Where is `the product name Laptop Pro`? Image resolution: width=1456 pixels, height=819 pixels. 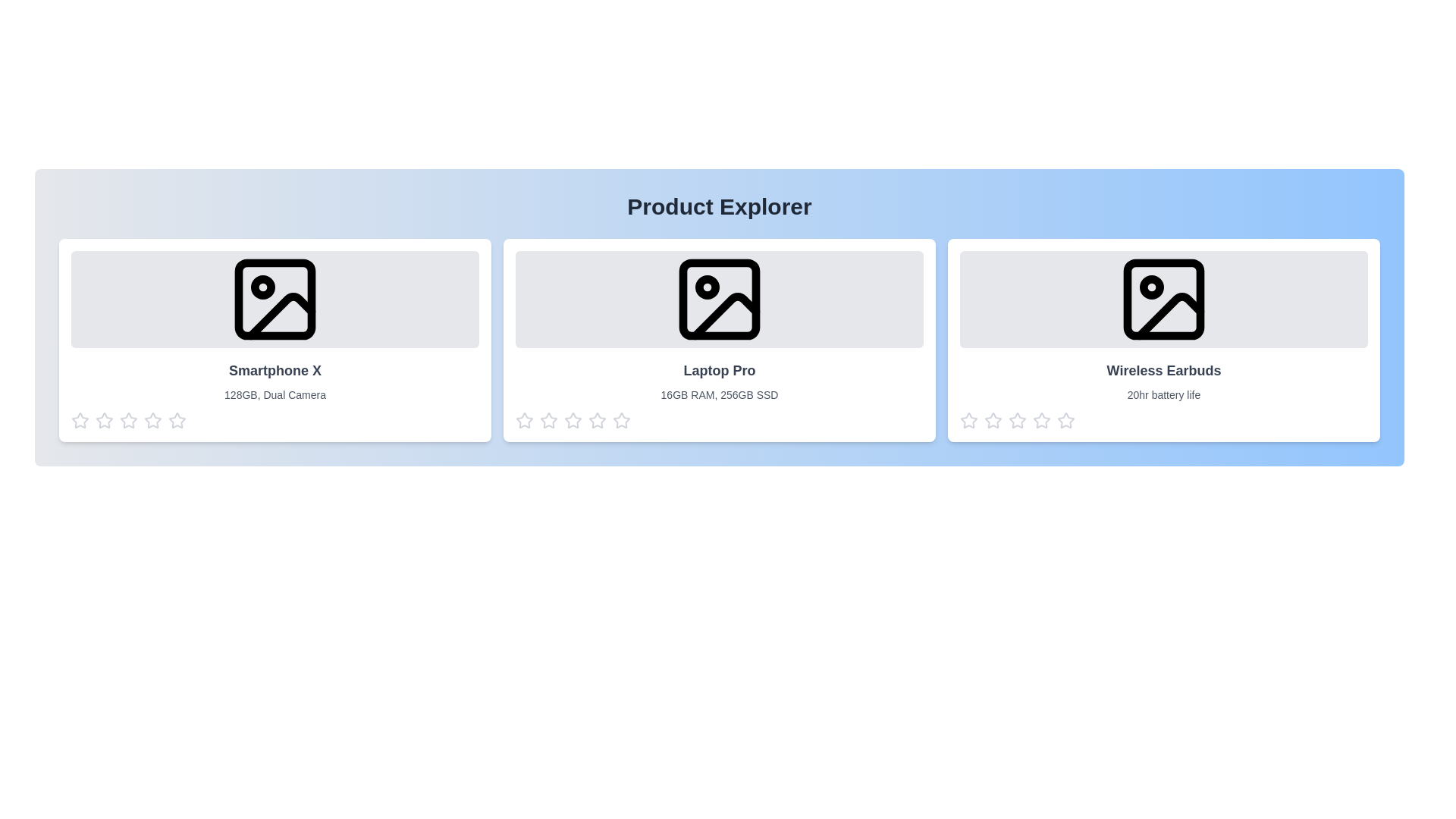
the product name Laptop Pro is located at coordinates (719, 371).